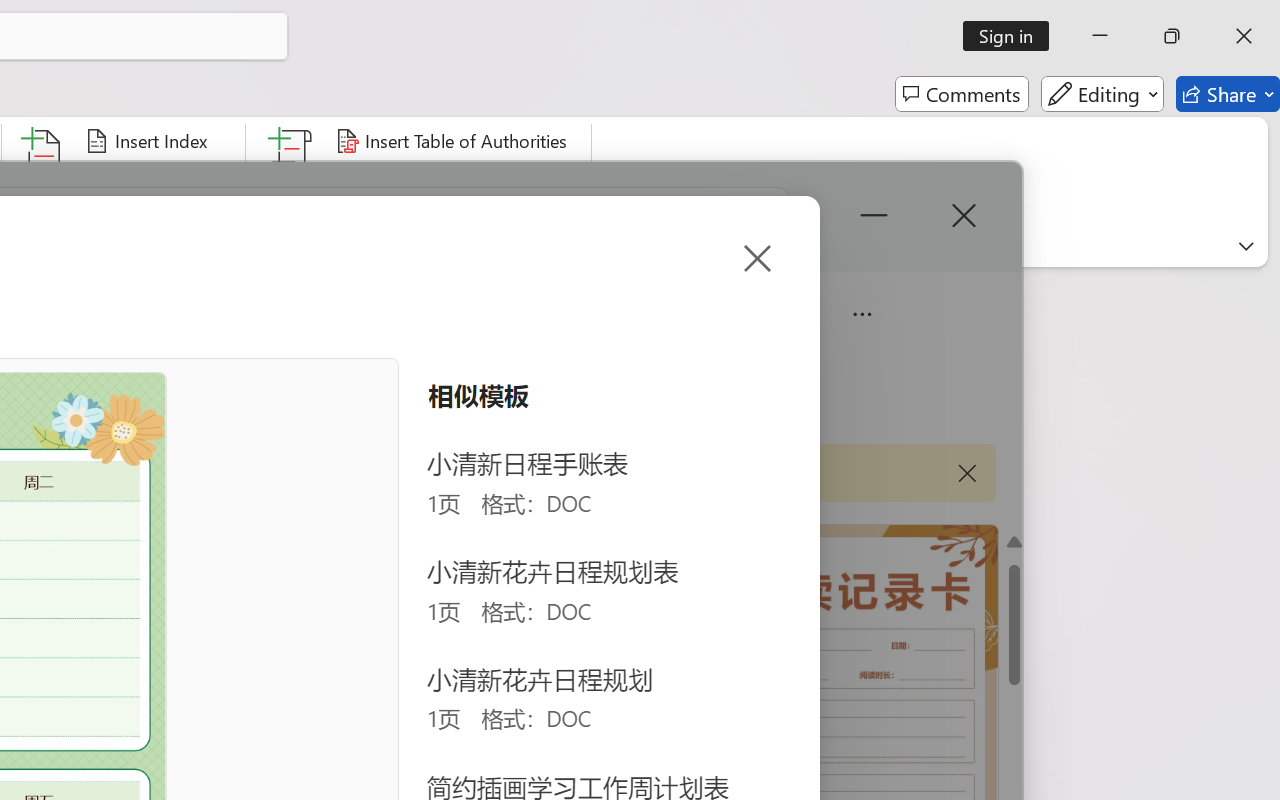  I want to click on 'Sign in', so click(1013, 35).